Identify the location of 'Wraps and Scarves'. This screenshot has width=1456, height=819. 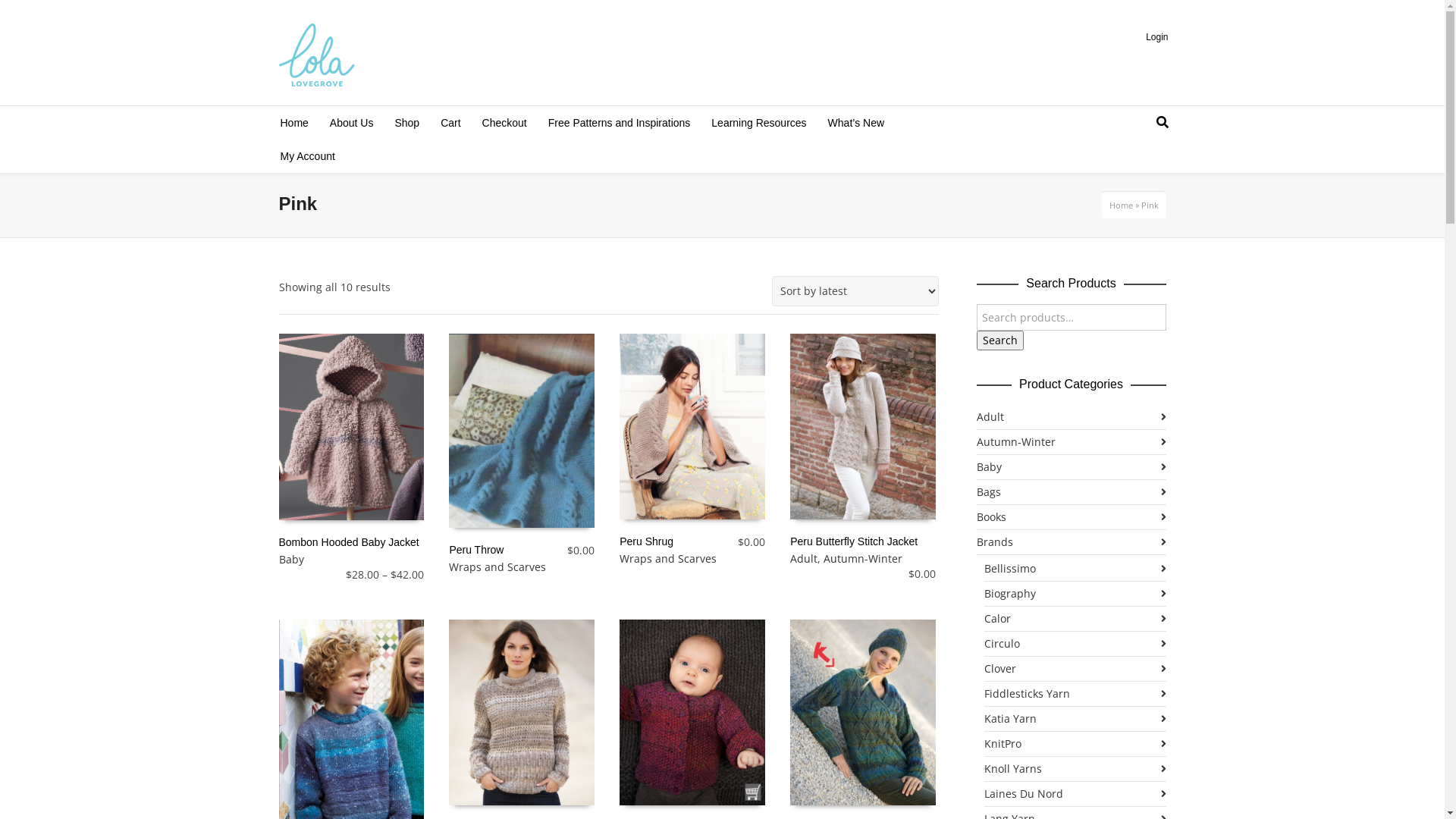
(497, 566).